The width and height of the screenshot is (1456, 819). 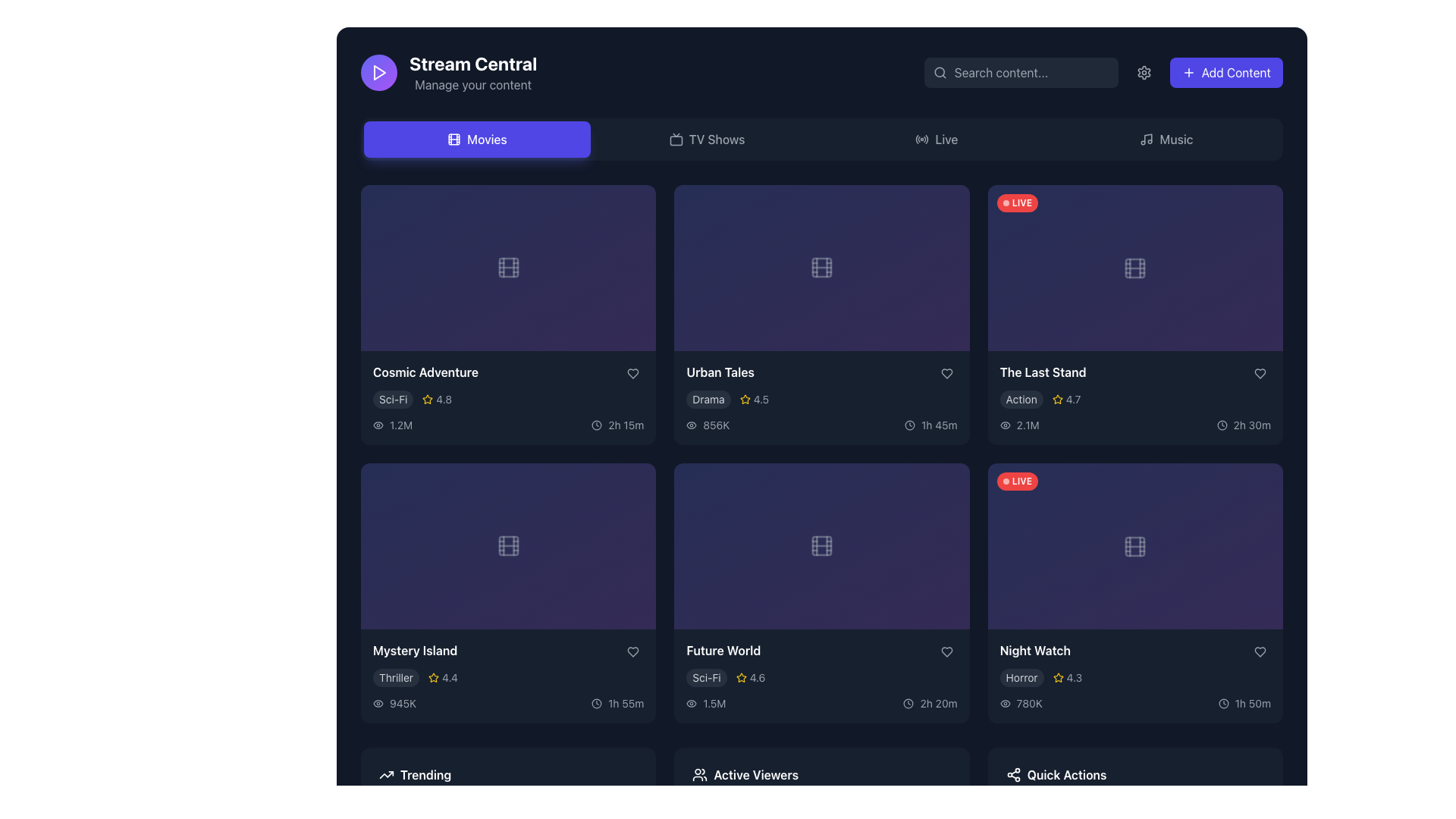 I want to click on the Metadata display located within the 'Mystery Island' card in the third row of the grid layout under the 'Movies' section, which provides information about the movie's genre and user rating, so click(x=508, y=677).